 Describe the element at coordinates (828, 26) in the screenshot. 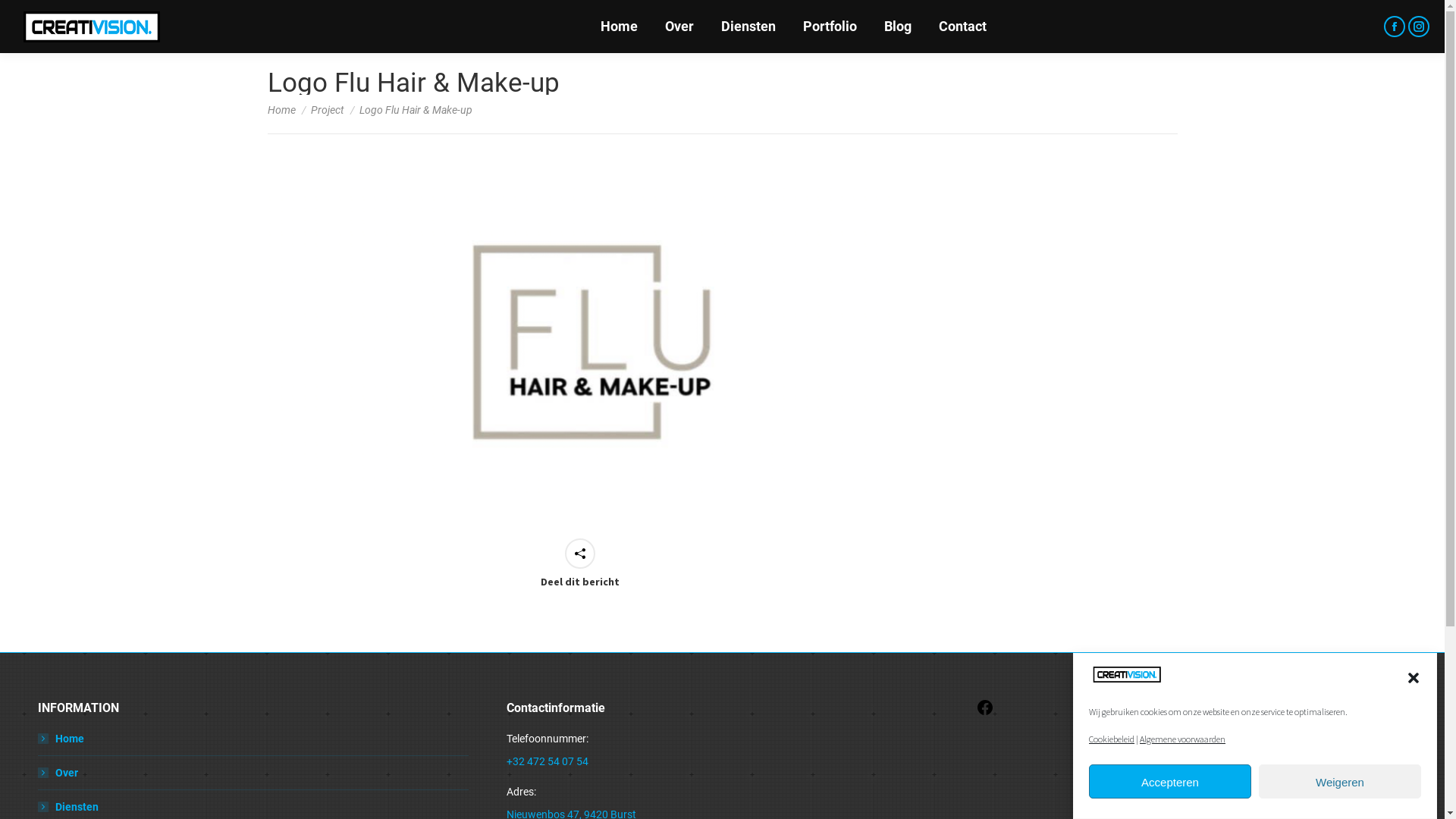

I see `'Portfolio'` at that location.